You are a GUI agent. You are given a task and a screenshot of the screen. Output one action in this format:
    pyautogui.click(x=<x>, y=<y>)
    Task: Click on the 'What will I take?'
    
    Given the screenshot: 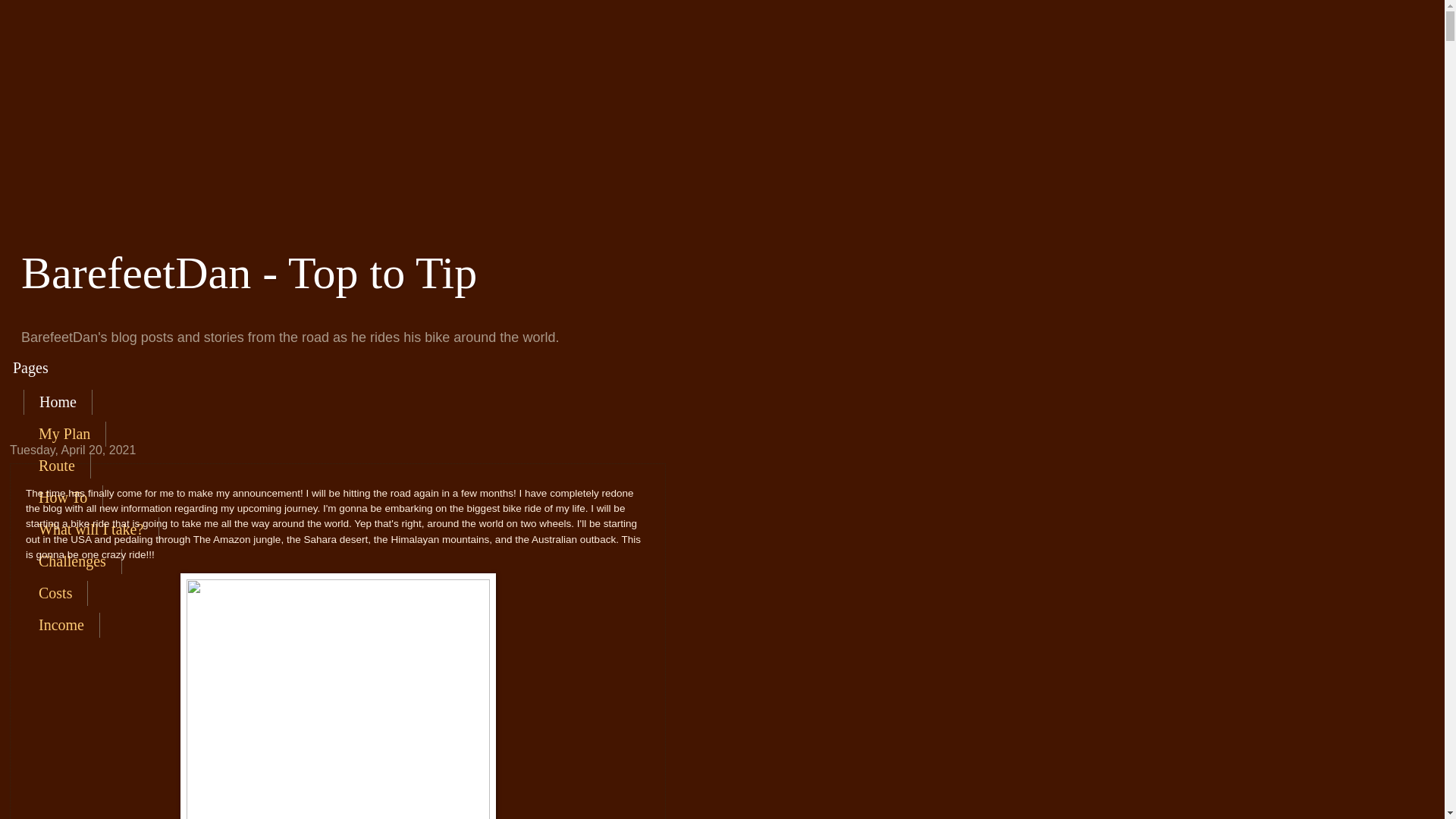 What is the action you would take?
    pyautogui.click(x=90, y=529)
    